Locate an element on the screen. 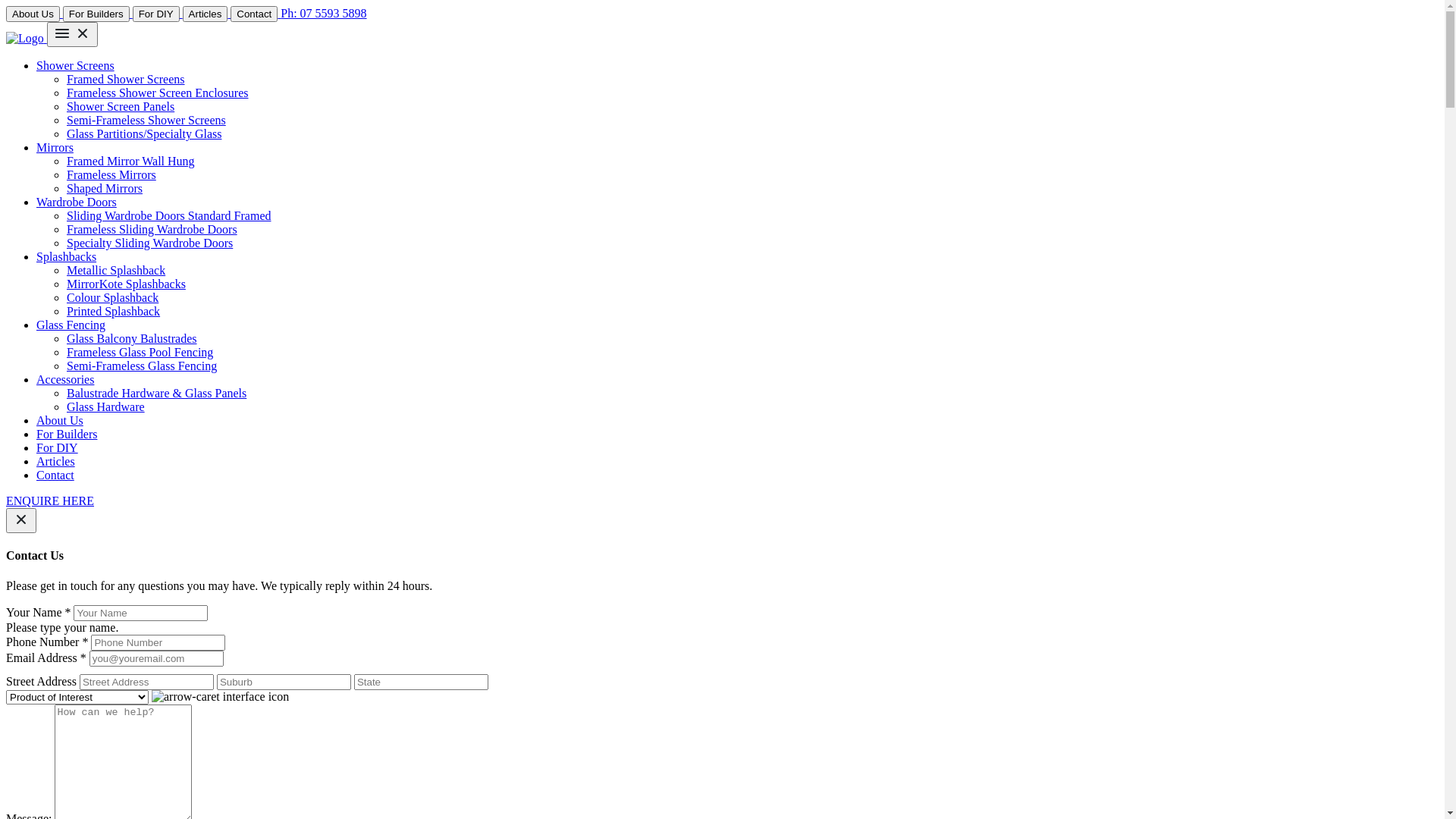  'Semi-Frameless Shower Screens' is located at coordinates (146, 119).